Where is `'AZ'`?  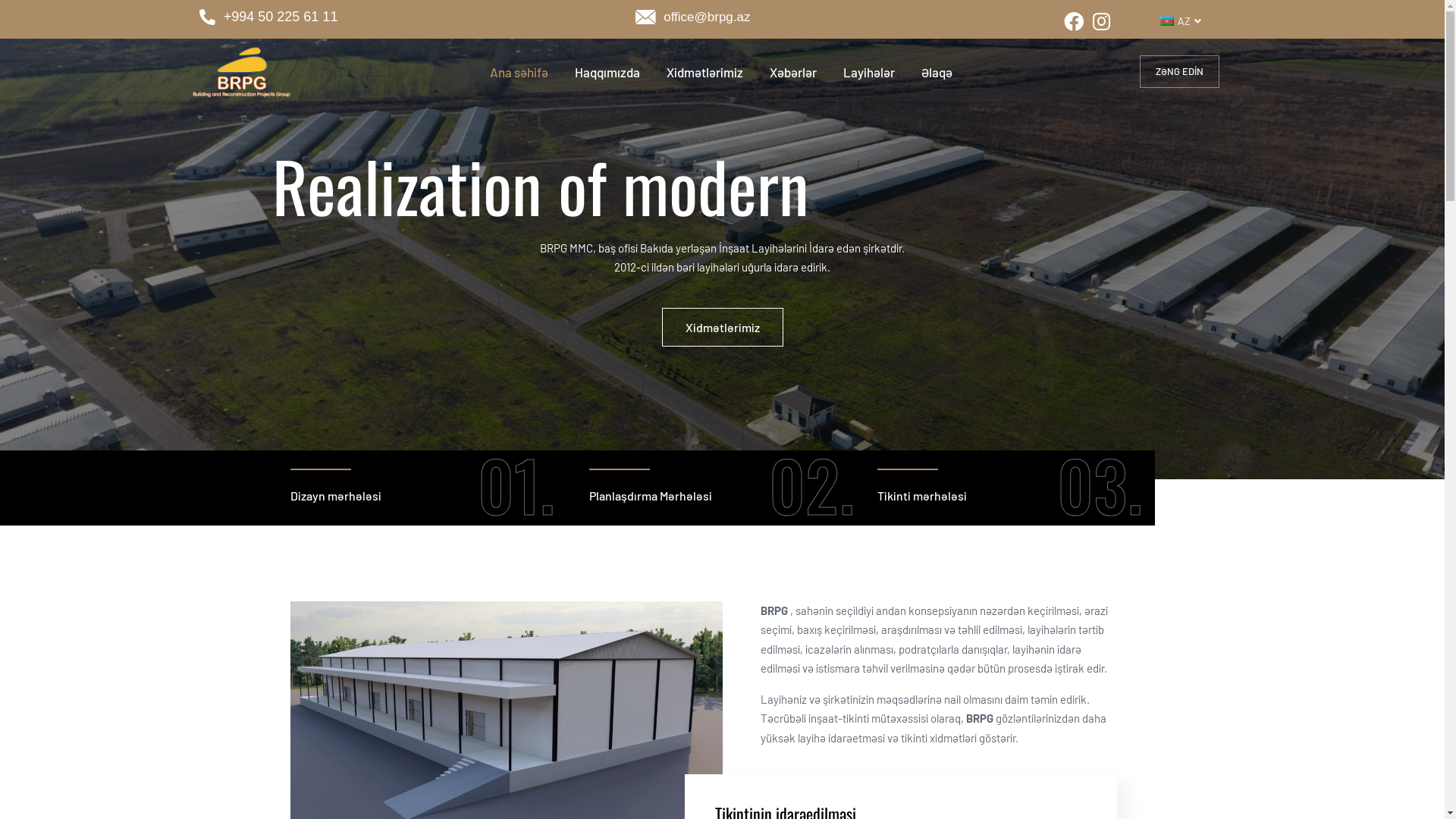
'AZ' is located at coordinates (1145, 20).